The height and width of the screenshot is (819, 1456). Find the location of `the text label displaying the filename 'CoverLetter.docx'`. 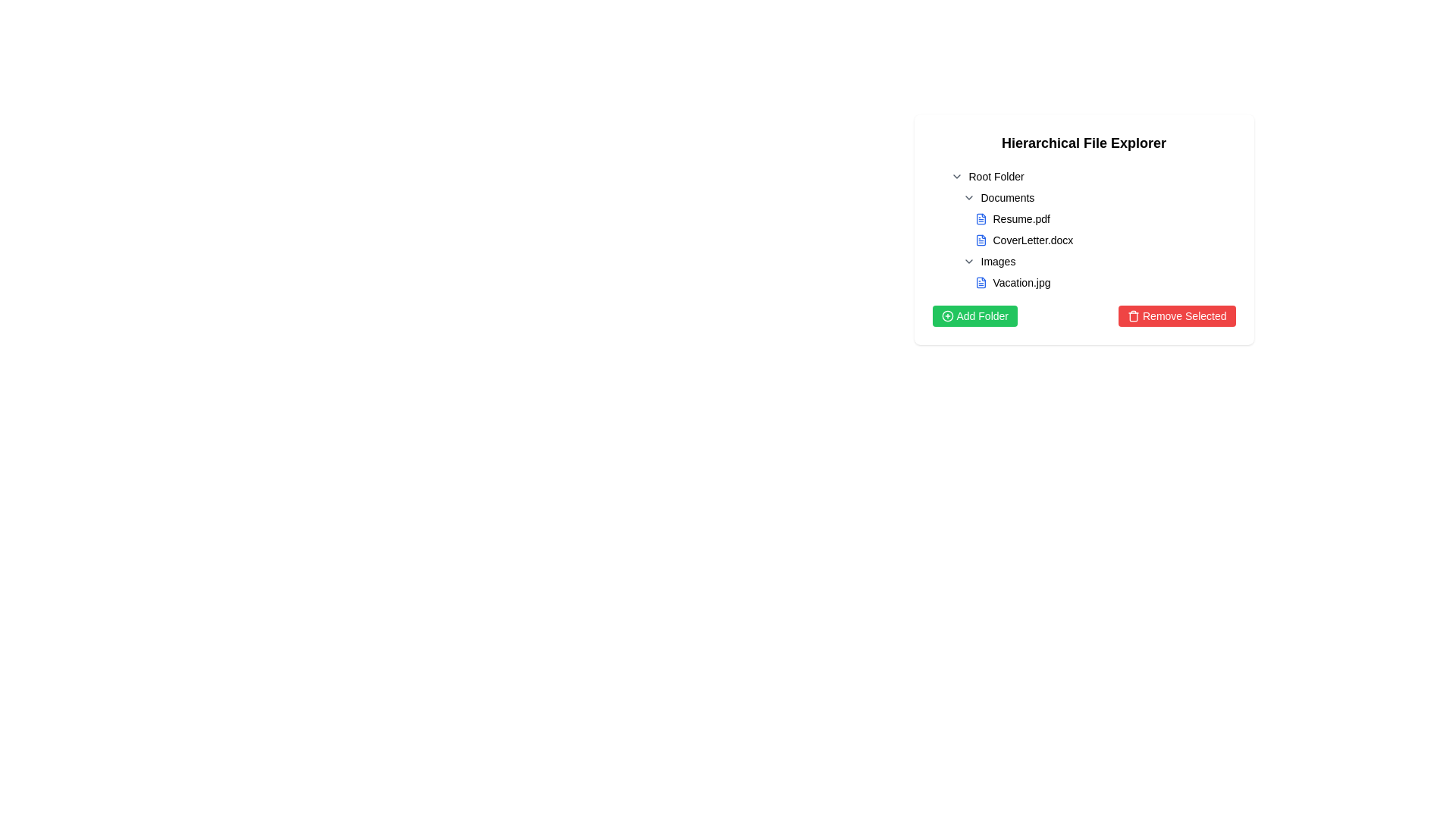

the text label displaying the filename 'CoverLetter.docx' is located at coordinates (1032, 239).